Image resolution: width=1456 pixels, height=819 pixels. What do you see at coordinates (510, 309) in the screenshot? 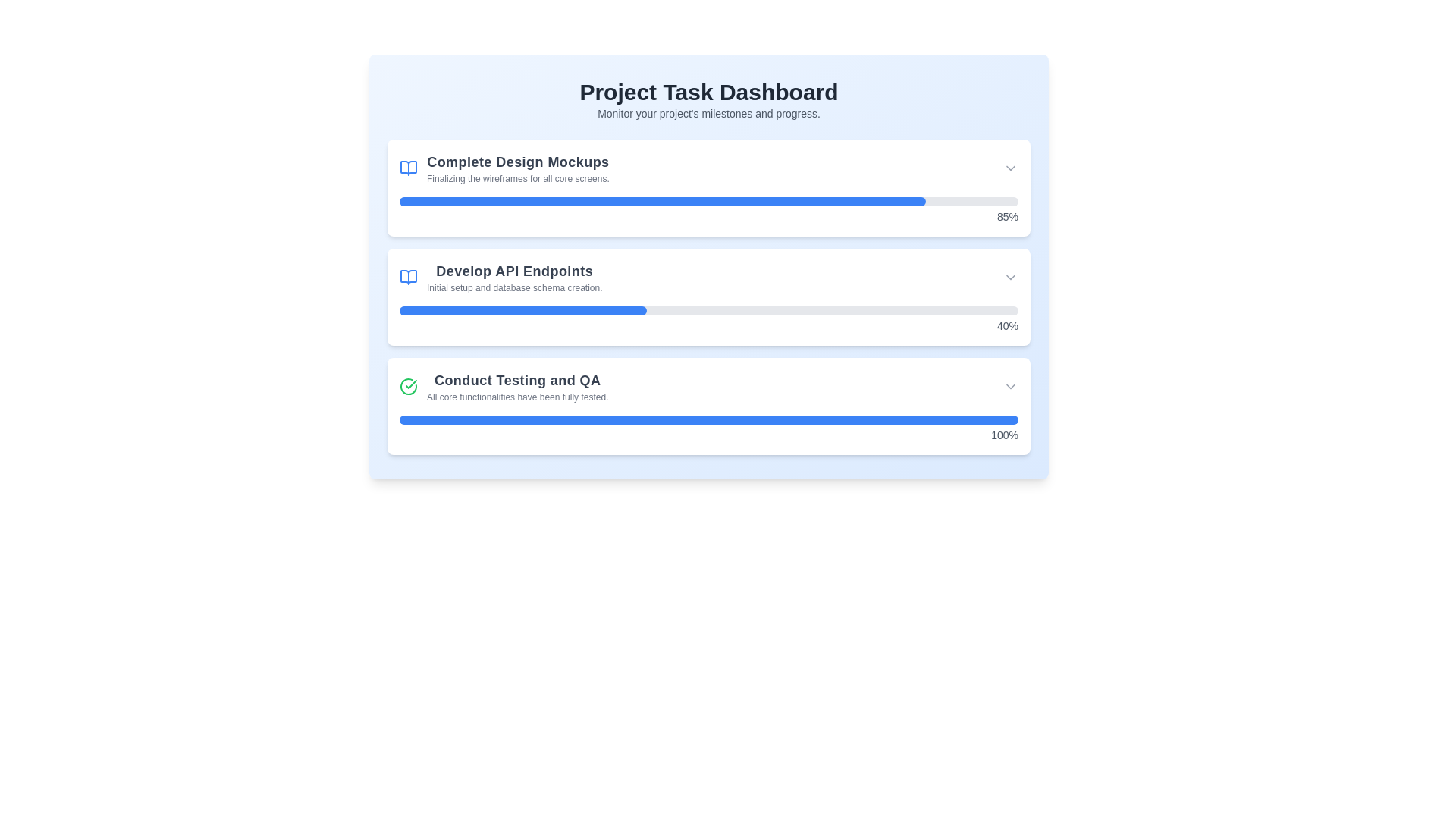
I see `progress` at bounding box center [510, 309].